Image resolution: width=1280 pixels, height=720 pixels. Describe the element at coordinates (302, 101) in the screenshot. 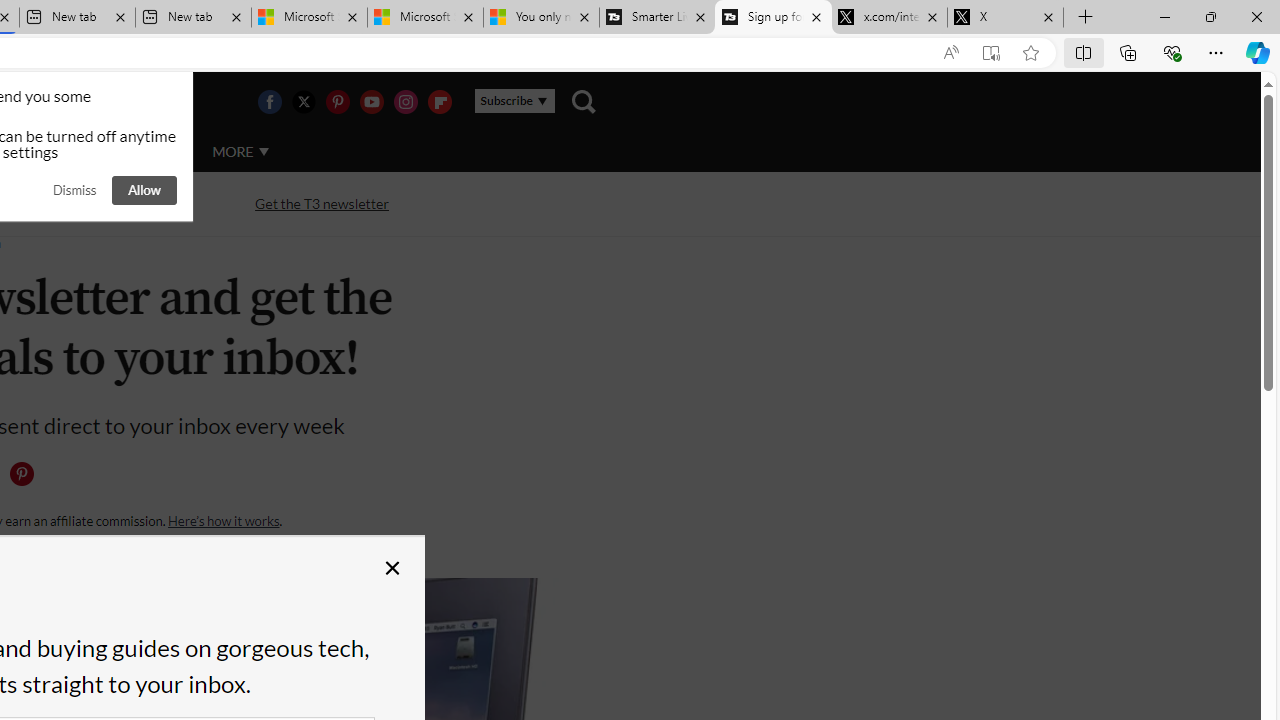

I see `'Visit us on Twitter'` at that location.